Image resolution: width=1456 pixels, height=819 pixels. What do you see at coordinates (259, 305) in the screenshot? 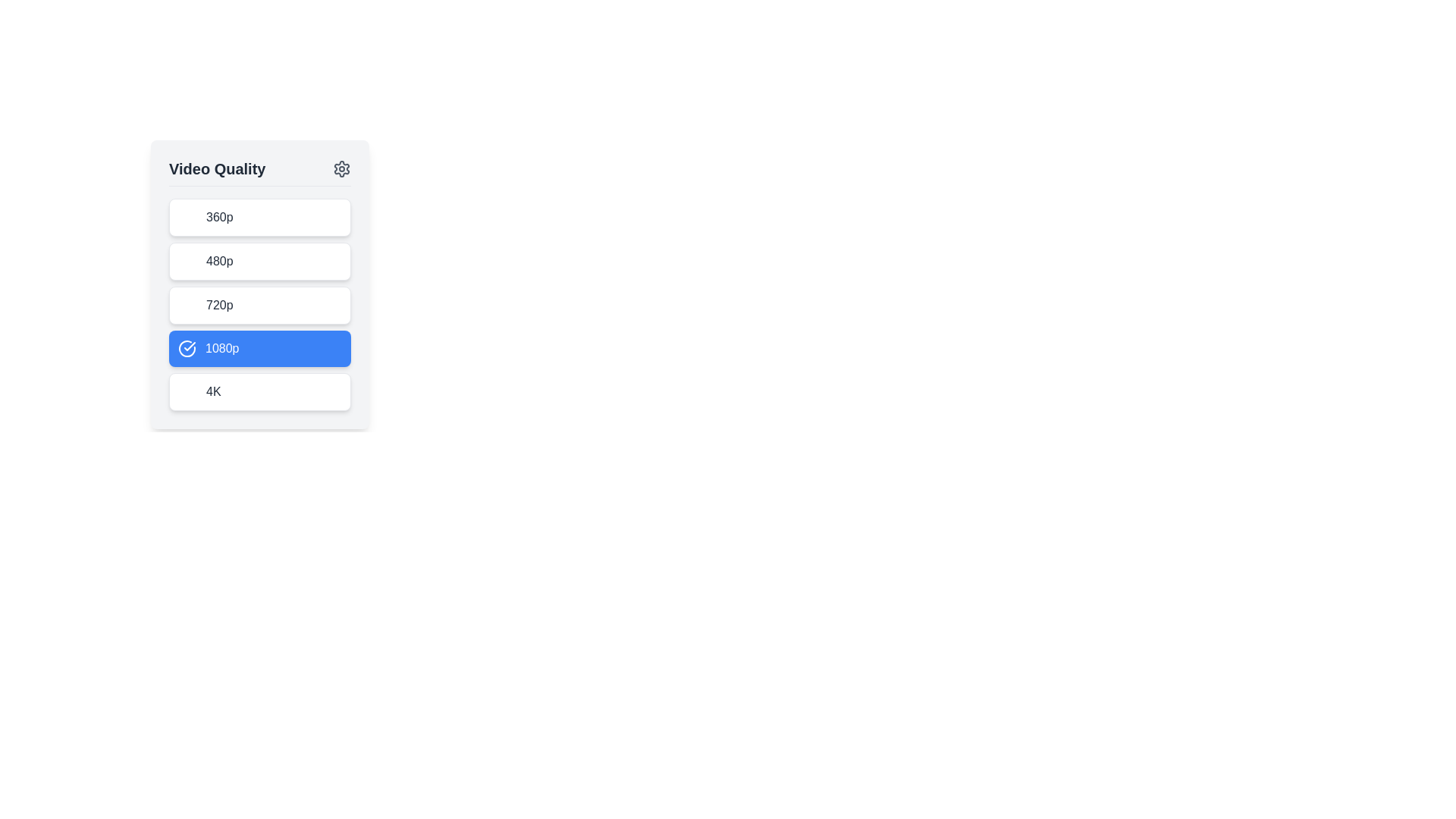
I see `the '720p' video quality button located in the 'Video Quality' section, which is the fourth button in a vertical stack` at bounding box center [259, 305].